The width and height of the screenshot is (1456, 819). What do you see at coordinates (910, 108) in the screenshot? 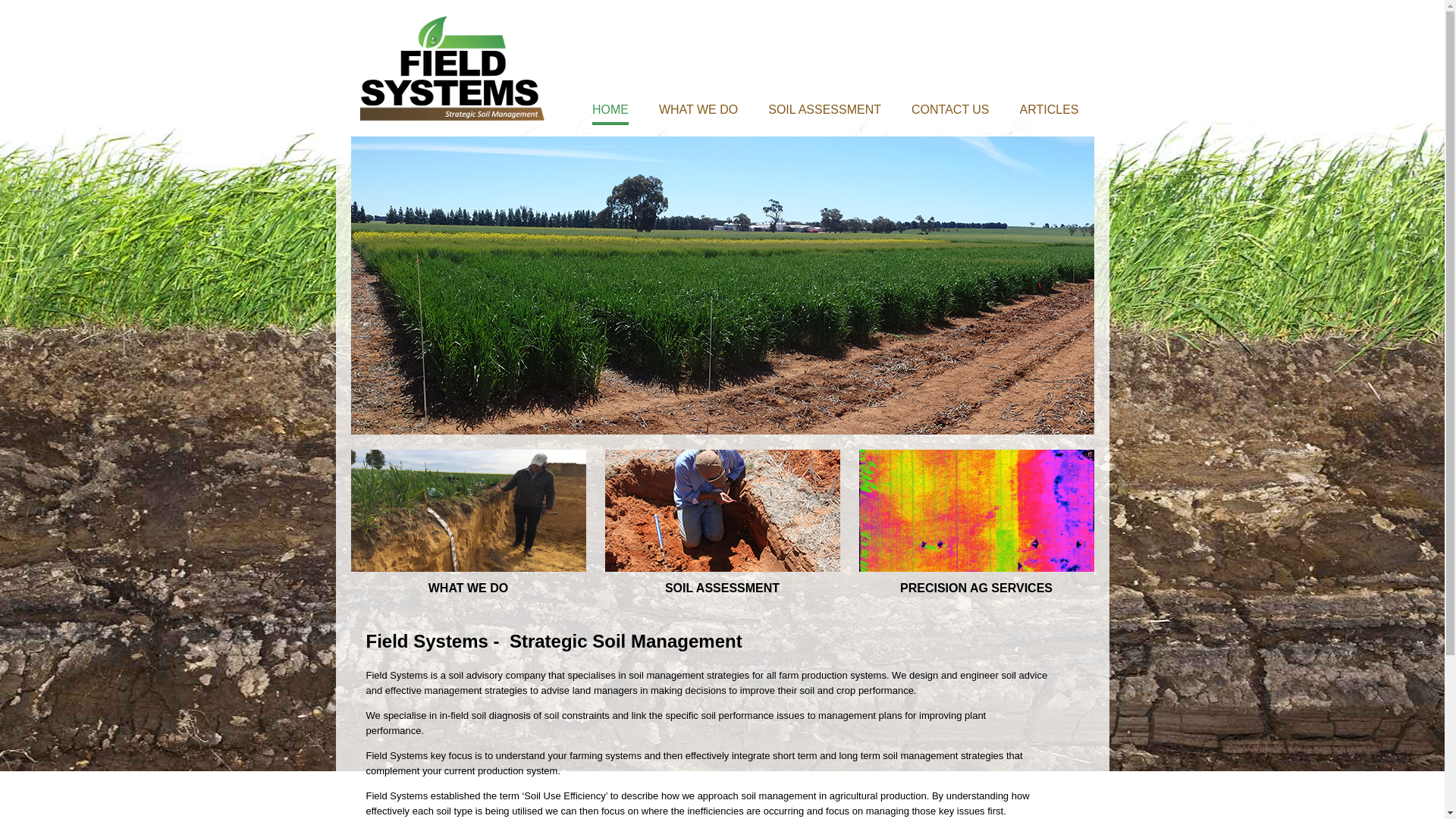
I see `'CONTACT US'` at bounding box center [910, 108].